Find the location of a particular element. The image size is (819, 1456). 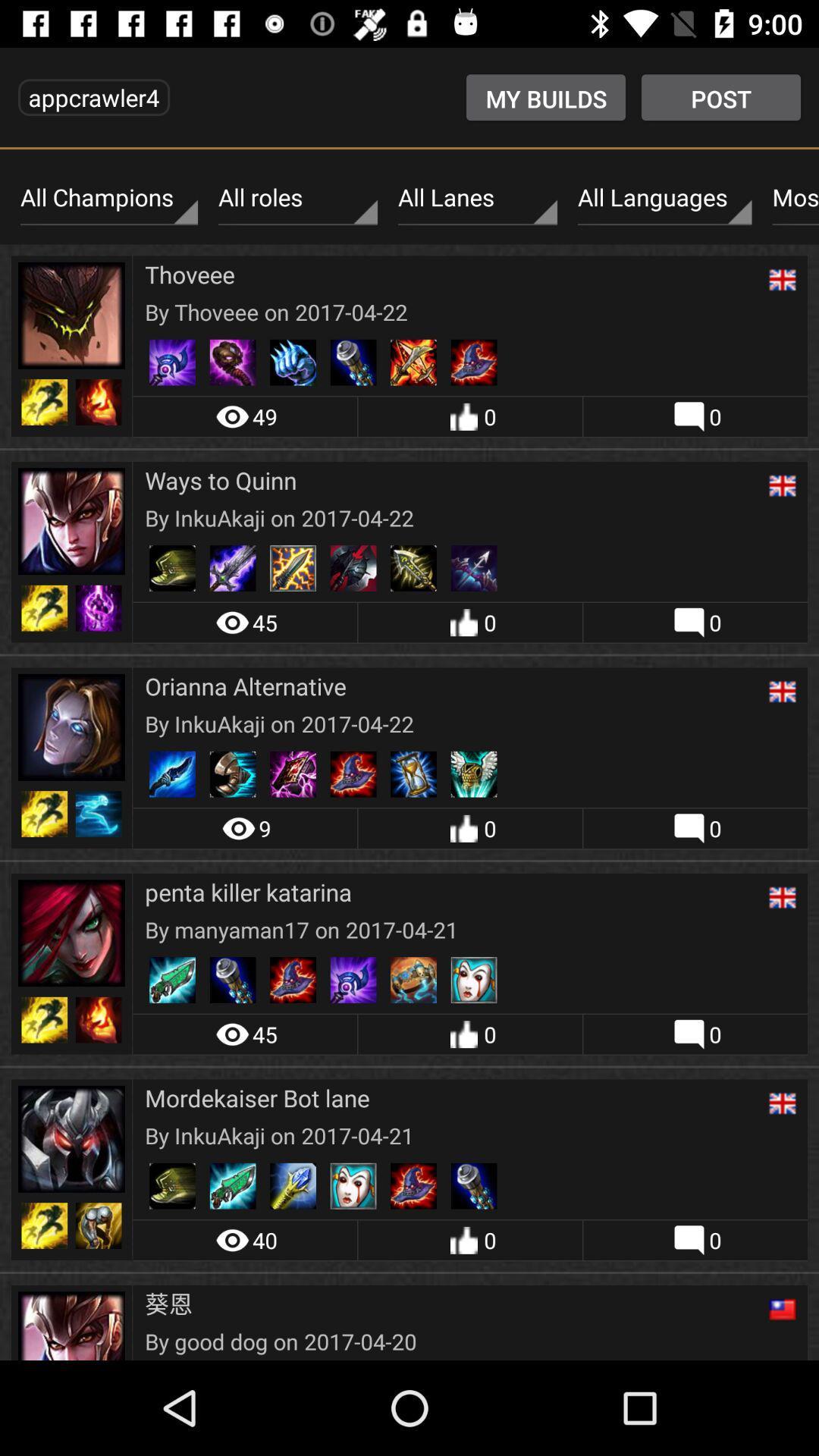

item above the thoveee icon is located at coordinates (476, 197).